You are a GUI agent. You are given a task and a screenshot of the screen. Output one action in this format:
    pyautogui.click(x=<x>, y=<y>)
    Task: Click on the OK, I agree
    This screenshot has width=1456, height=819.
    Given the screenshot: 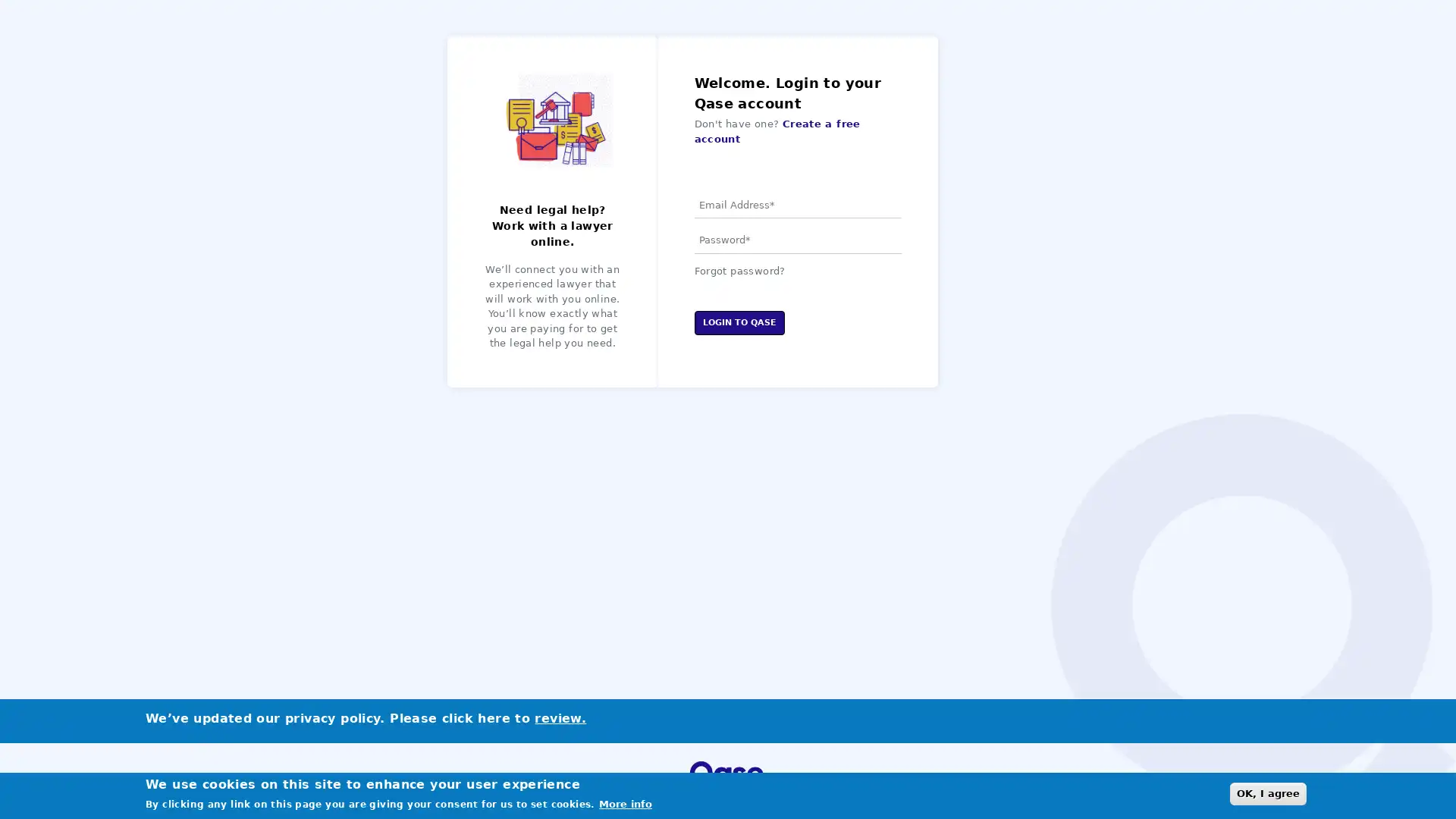 What is the action you would take?
    pyautogui.click(x=1268, y=792)
    